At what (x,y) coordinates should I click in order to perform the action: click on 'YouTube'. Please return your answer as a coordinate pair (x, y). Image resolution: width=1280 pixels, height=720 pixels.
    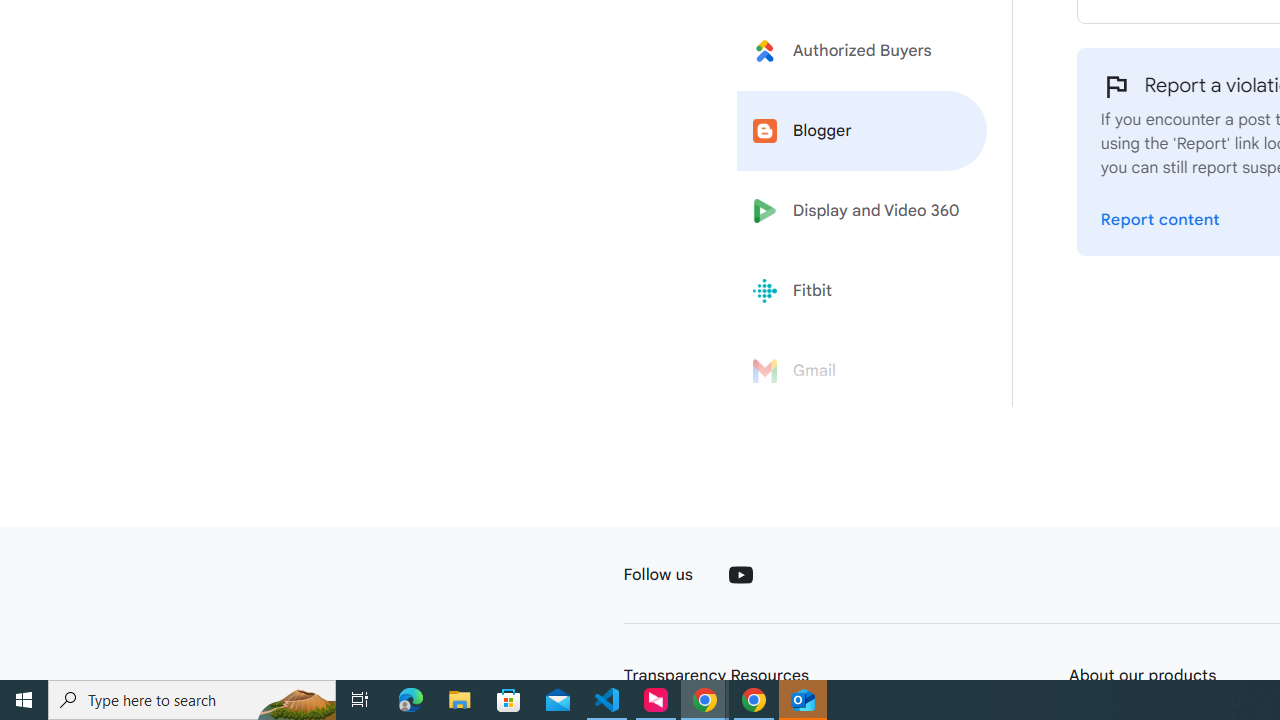
    Looking at the image, I should click on (739, 574).